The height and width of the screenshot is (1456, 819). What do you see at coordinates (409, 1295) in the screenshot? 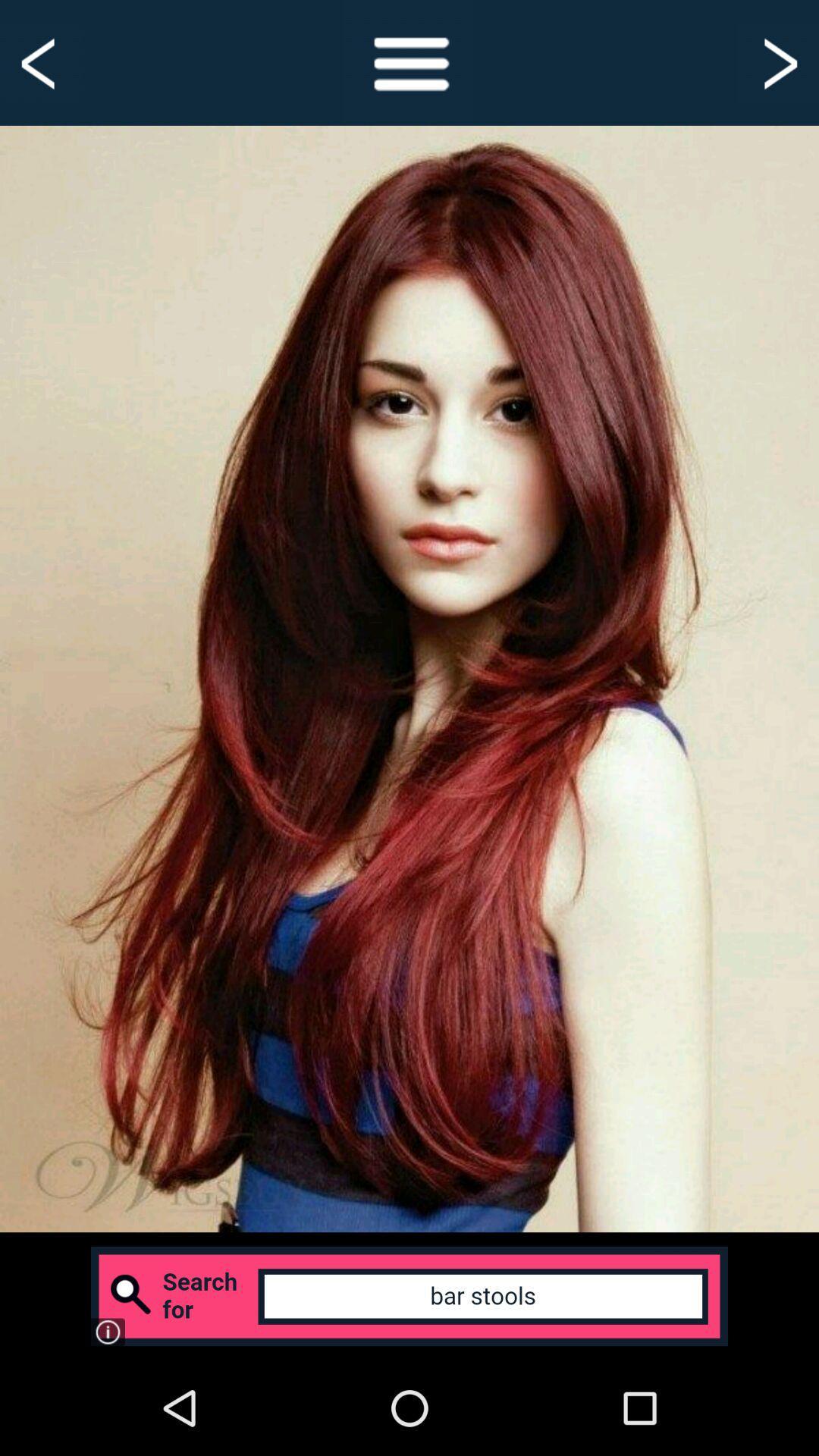
I see `click advertisement` at bounding box center [409, 1295].